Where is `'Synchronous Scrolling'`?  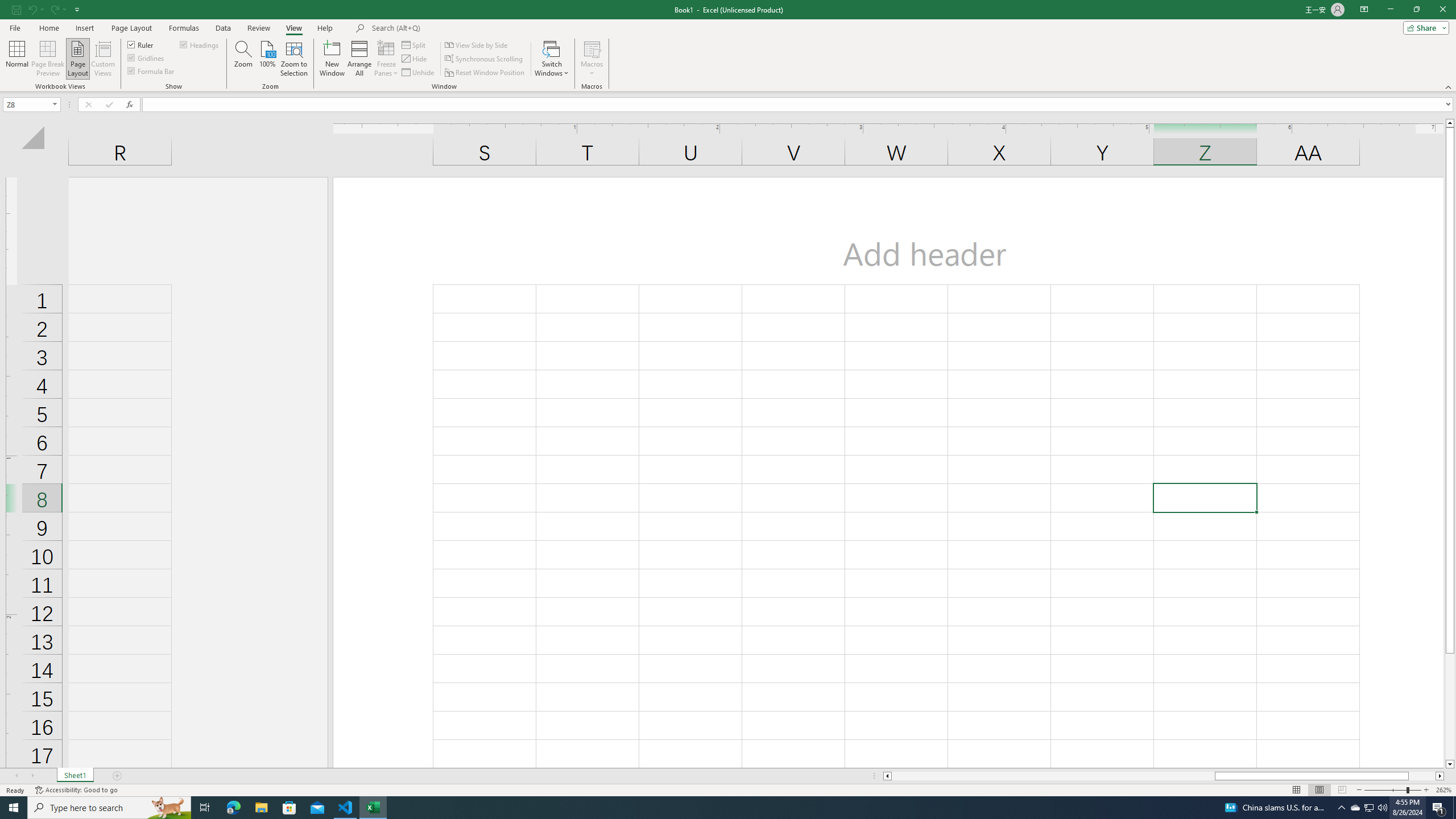 'Synchronous Scrolling' is located at coordinates (484, 59).